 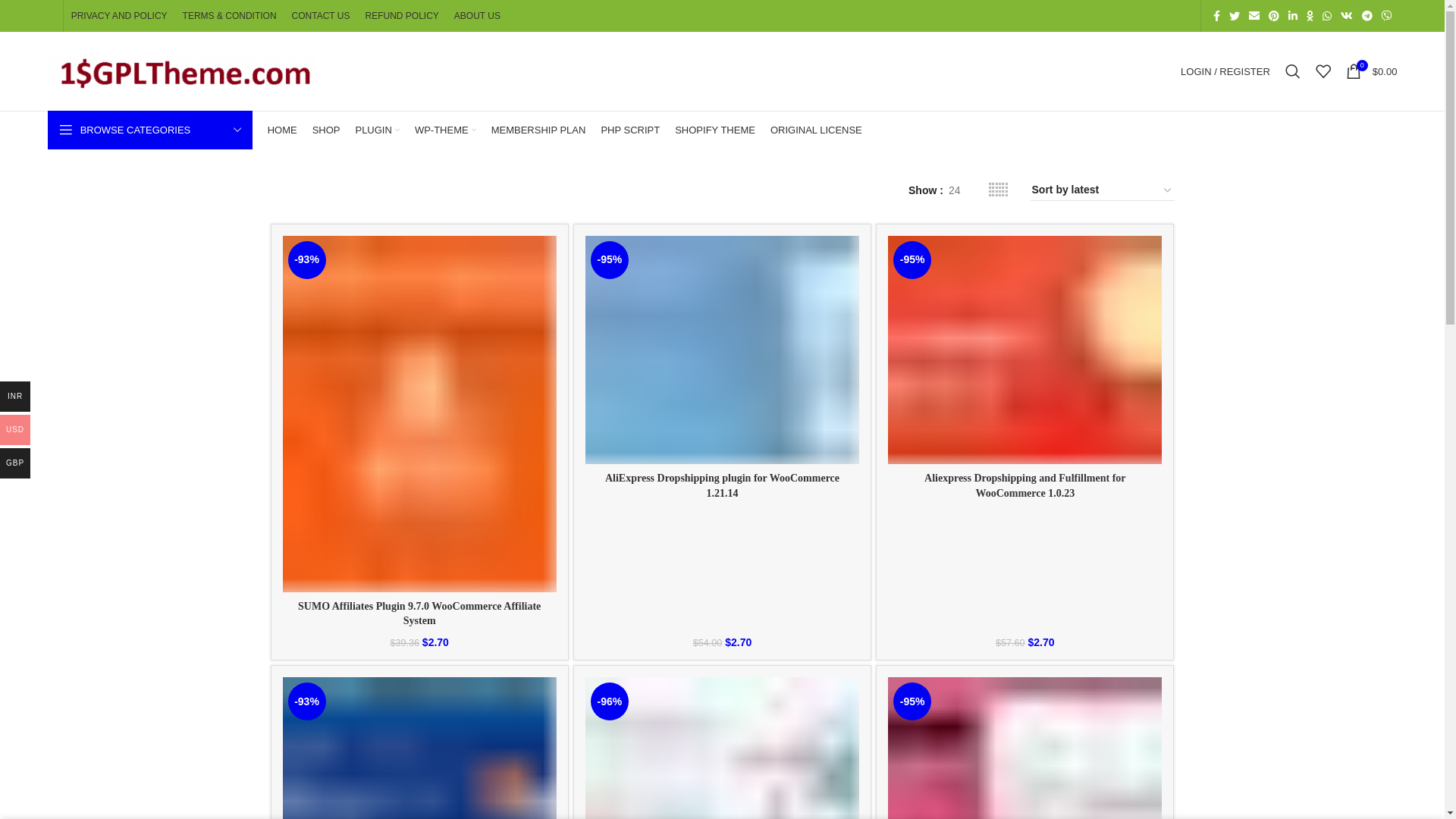 What do you see at coordinates (1338, 71) in the screenshot?
I see `'0` at bounding box center [1338, 71].